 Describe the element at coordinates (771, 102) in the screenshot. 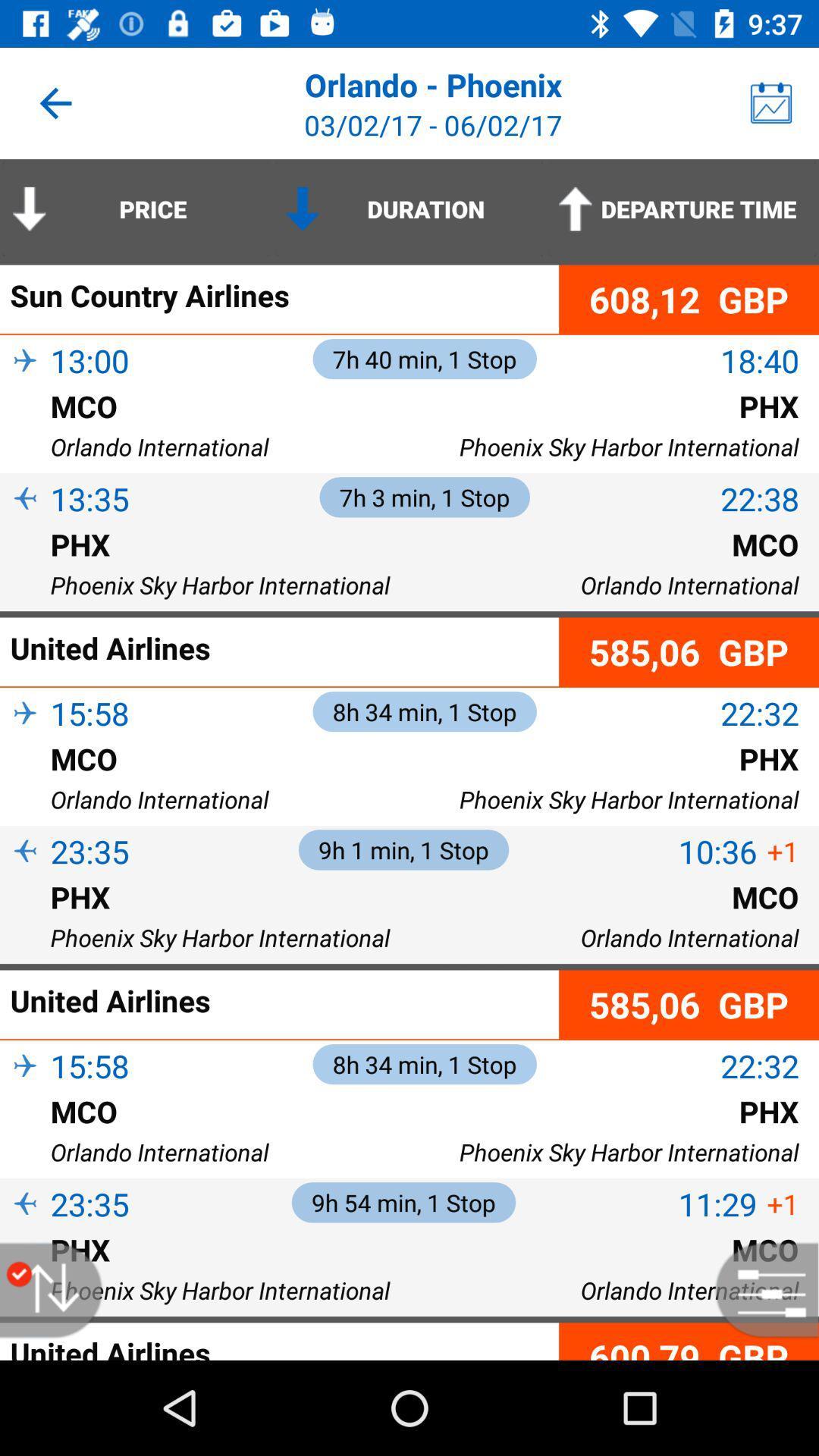

I see `the item next to the orlando - phoenix item` at that location.